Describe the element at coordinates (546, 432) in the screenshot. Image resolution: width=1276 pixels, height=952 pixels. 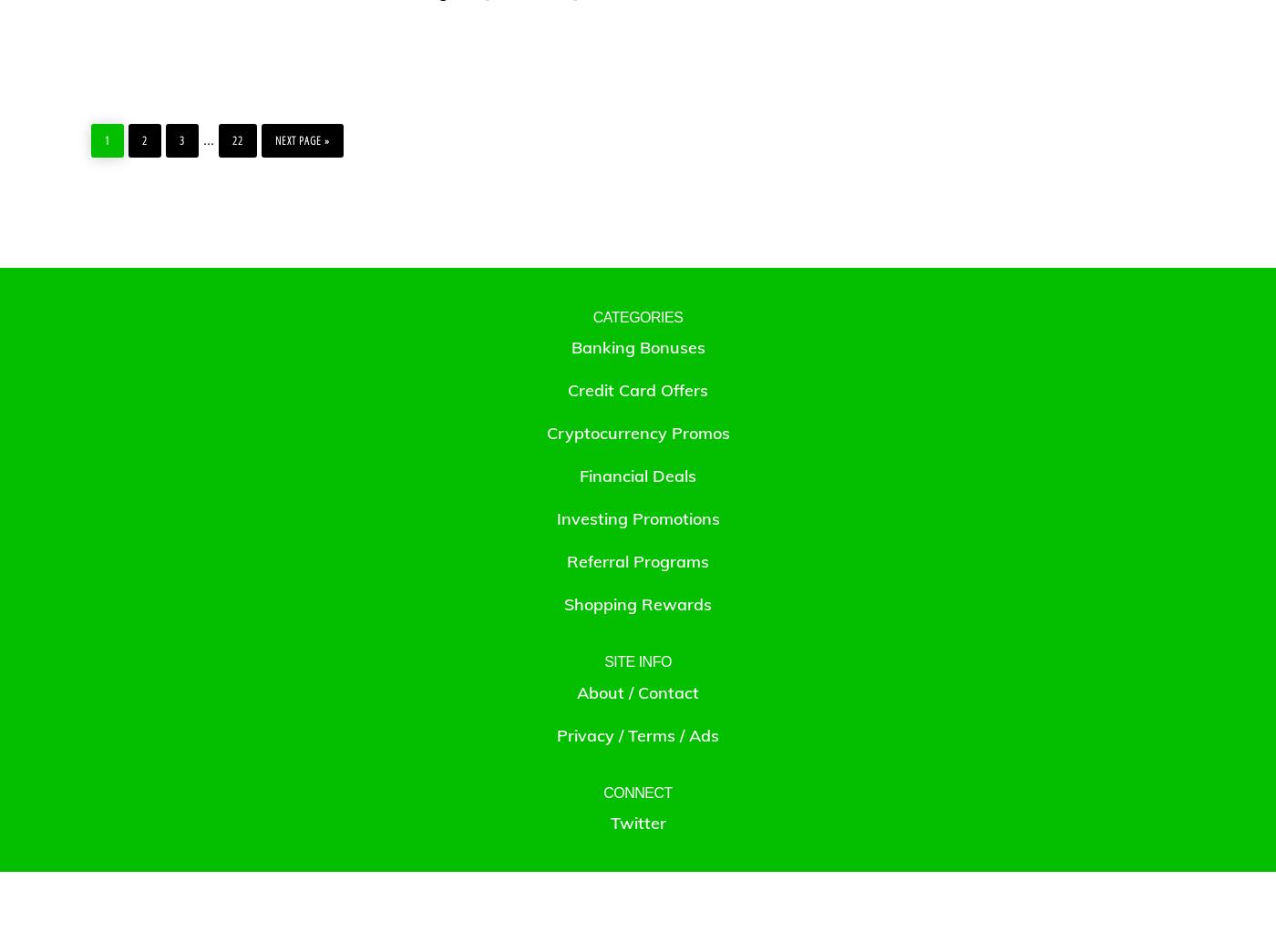
I see `'Cryptocurrency Promos'` at that location.